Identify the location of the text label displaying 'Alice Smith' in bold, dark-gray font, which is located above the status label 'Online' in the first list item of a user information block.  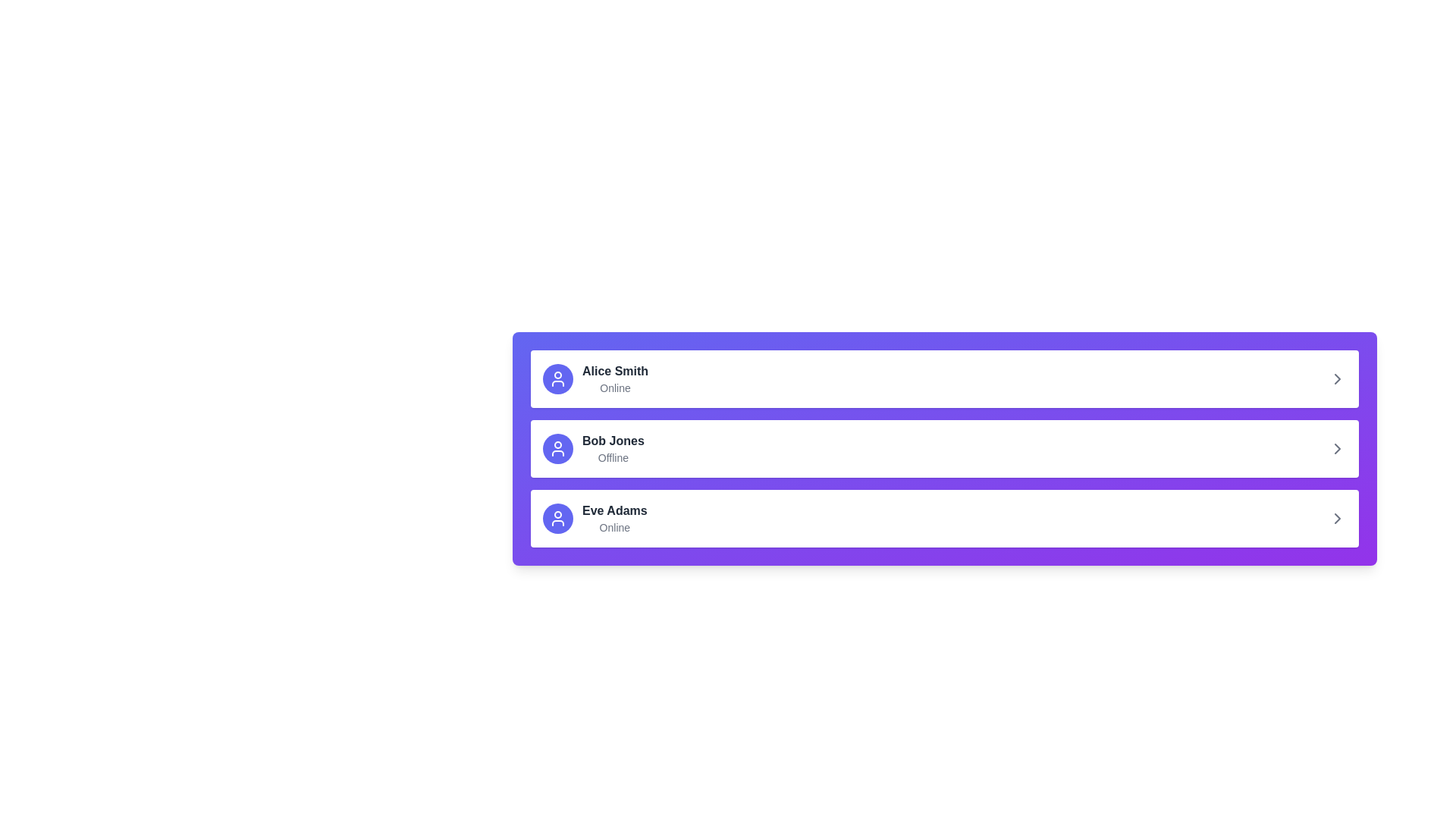
(615, 371).